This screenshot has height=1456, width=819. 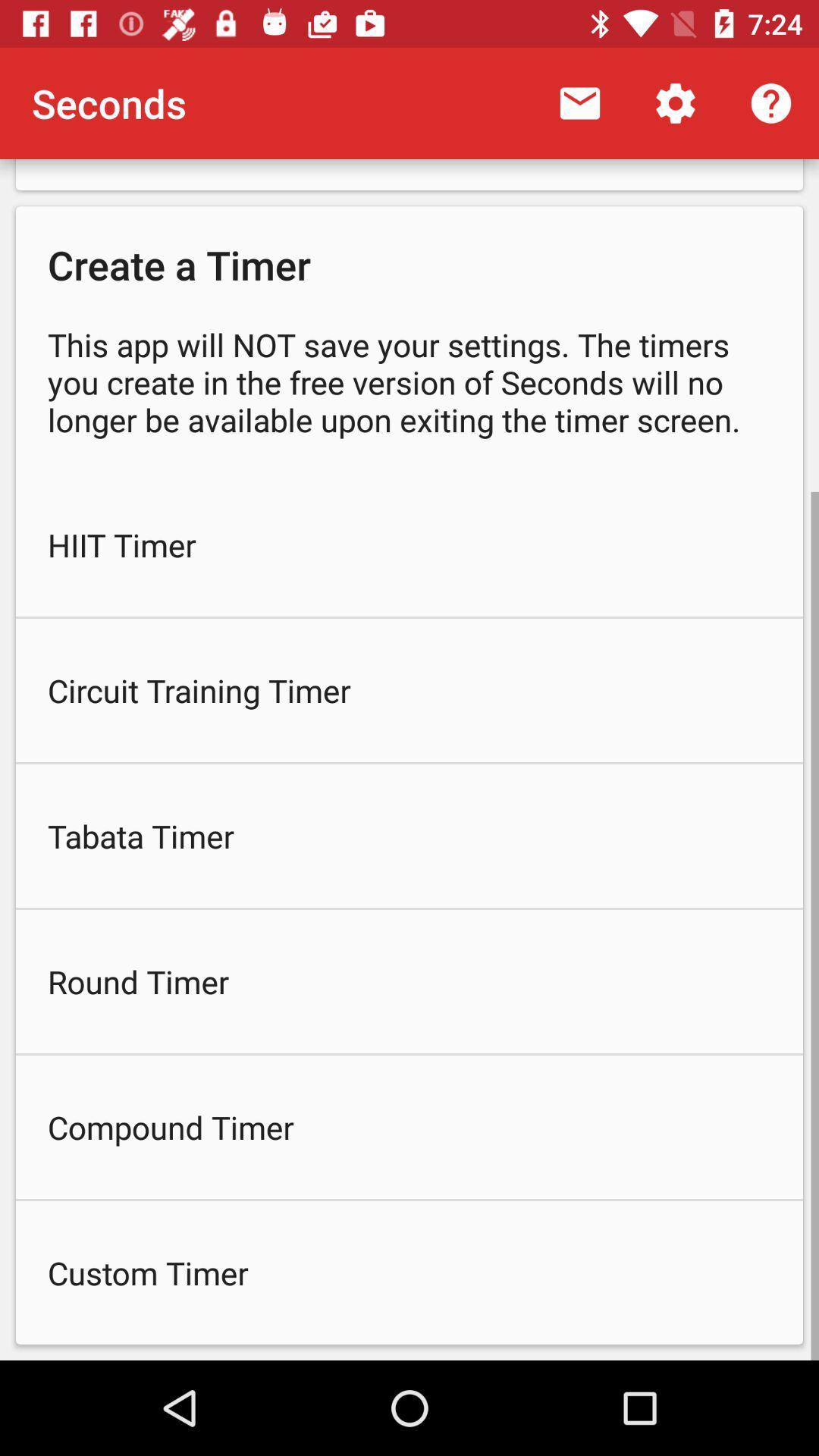 I want to click on the tabata timer icon, so click(x=409, y=835).